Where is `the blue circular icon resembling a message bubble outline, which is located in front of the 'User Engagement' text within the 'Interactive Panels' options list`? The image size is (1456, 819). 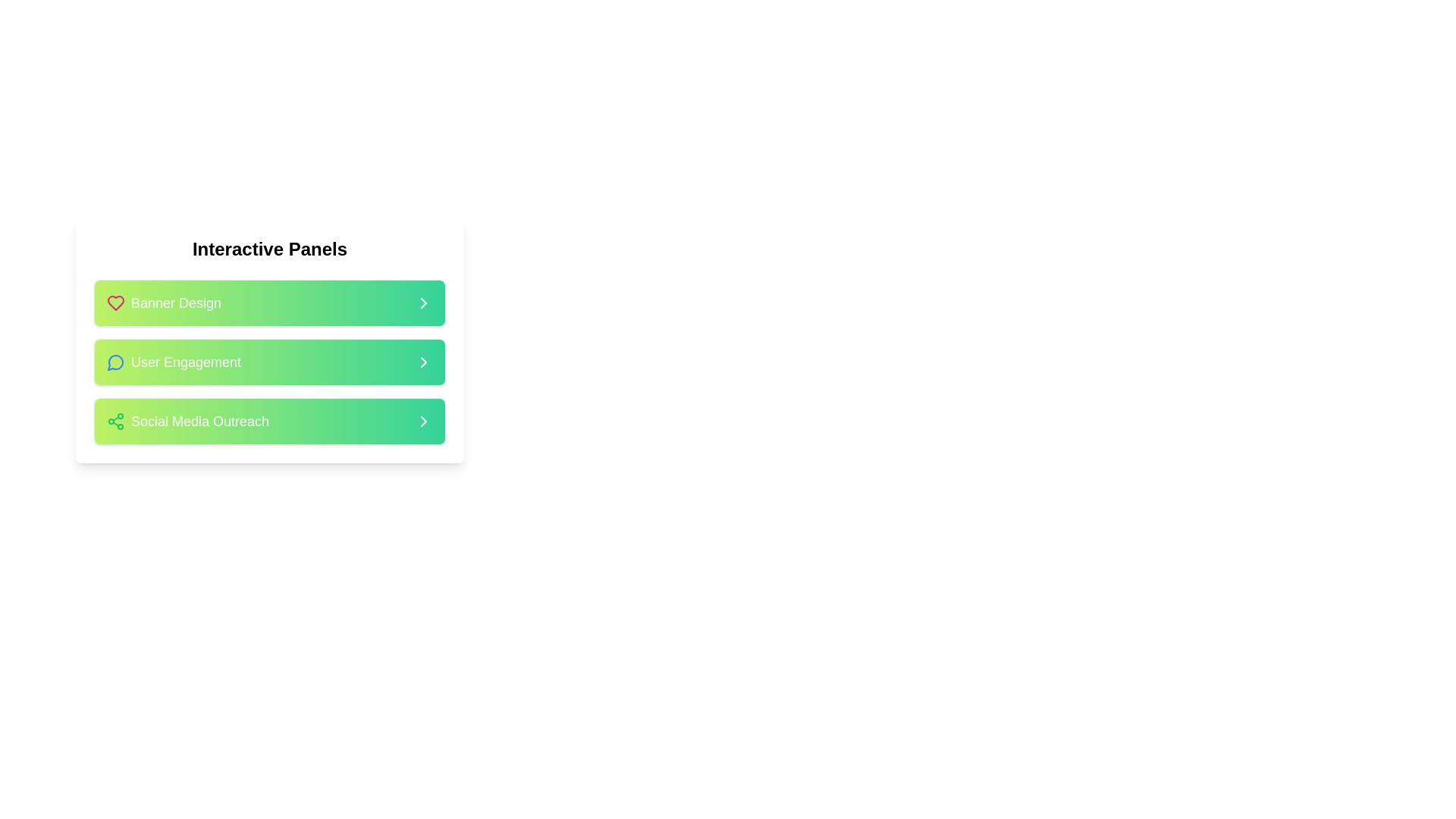
the blue circular icon resembling a message bubble outline, which is located in front of the 'User Engagement' text within the 'Interactive Panels' options list is located at coordinates (115, 362).